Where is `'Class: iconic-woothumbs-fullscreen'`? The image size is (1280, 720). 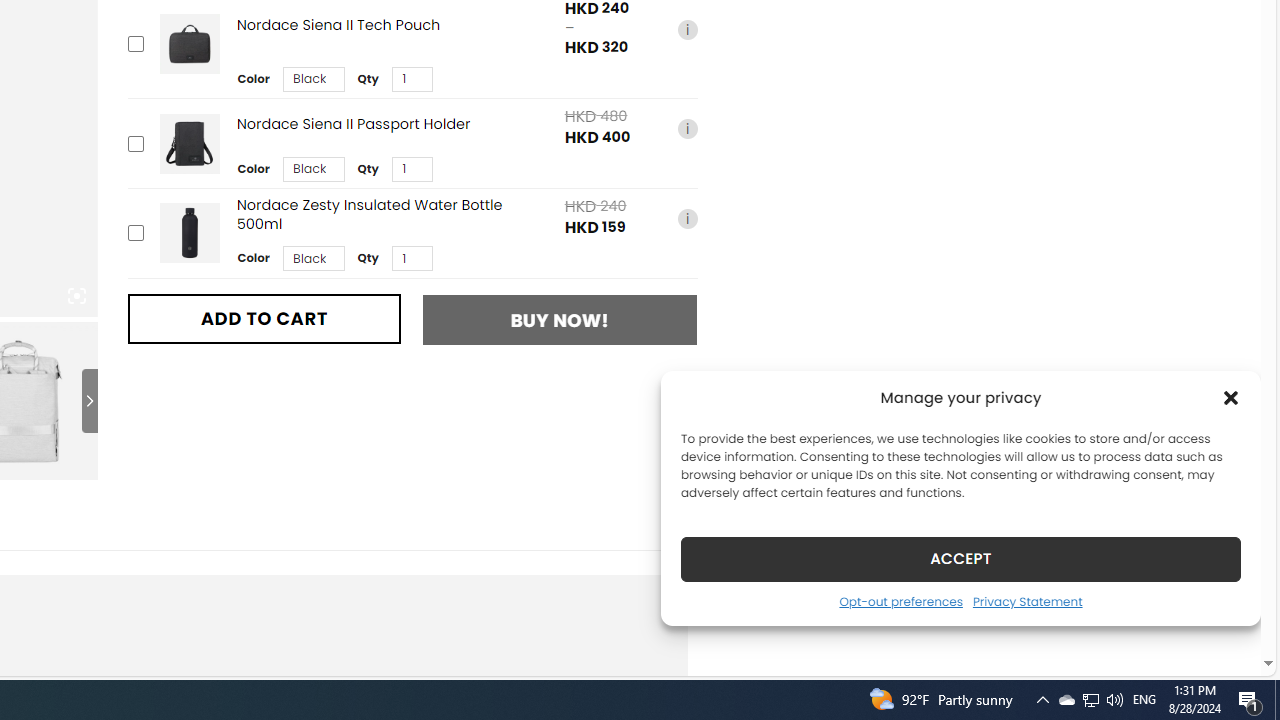 'Class: iconic-woothumbs-fullscreen' is located at coordinates (76, 296).